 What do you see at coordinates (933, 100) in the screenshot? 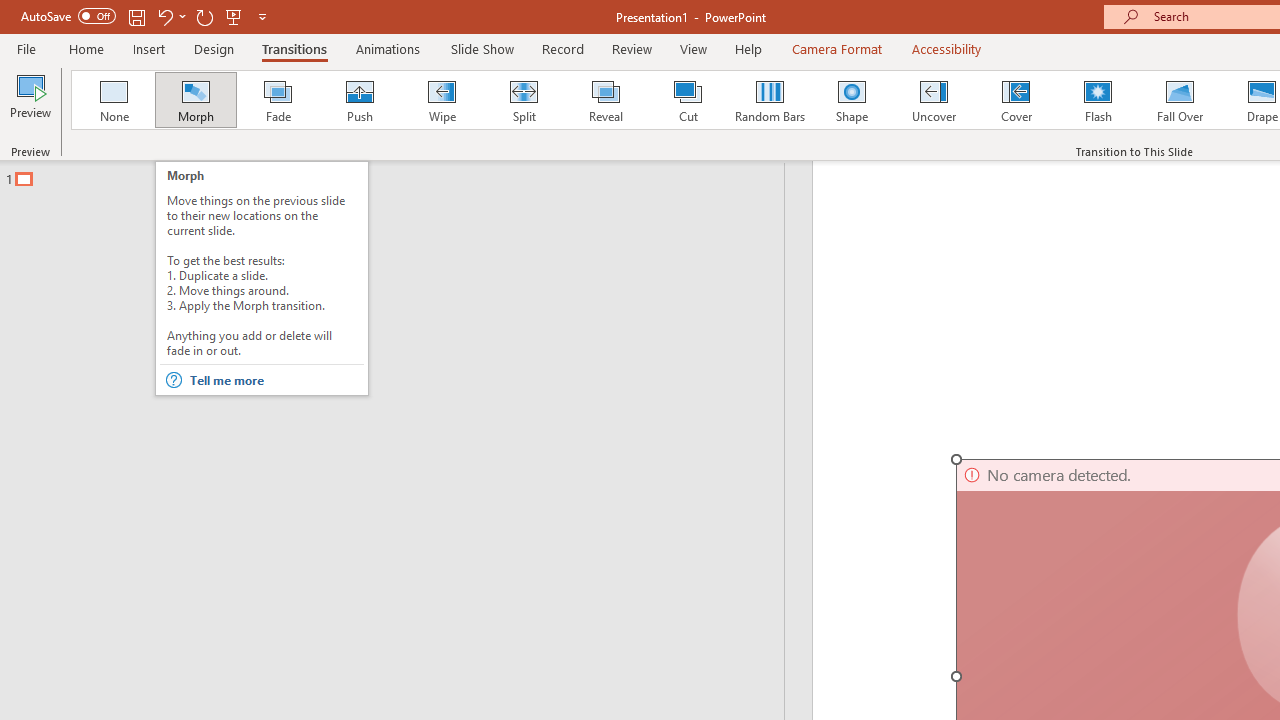
I see `'Uncover'` at bounding box center [933, 100].